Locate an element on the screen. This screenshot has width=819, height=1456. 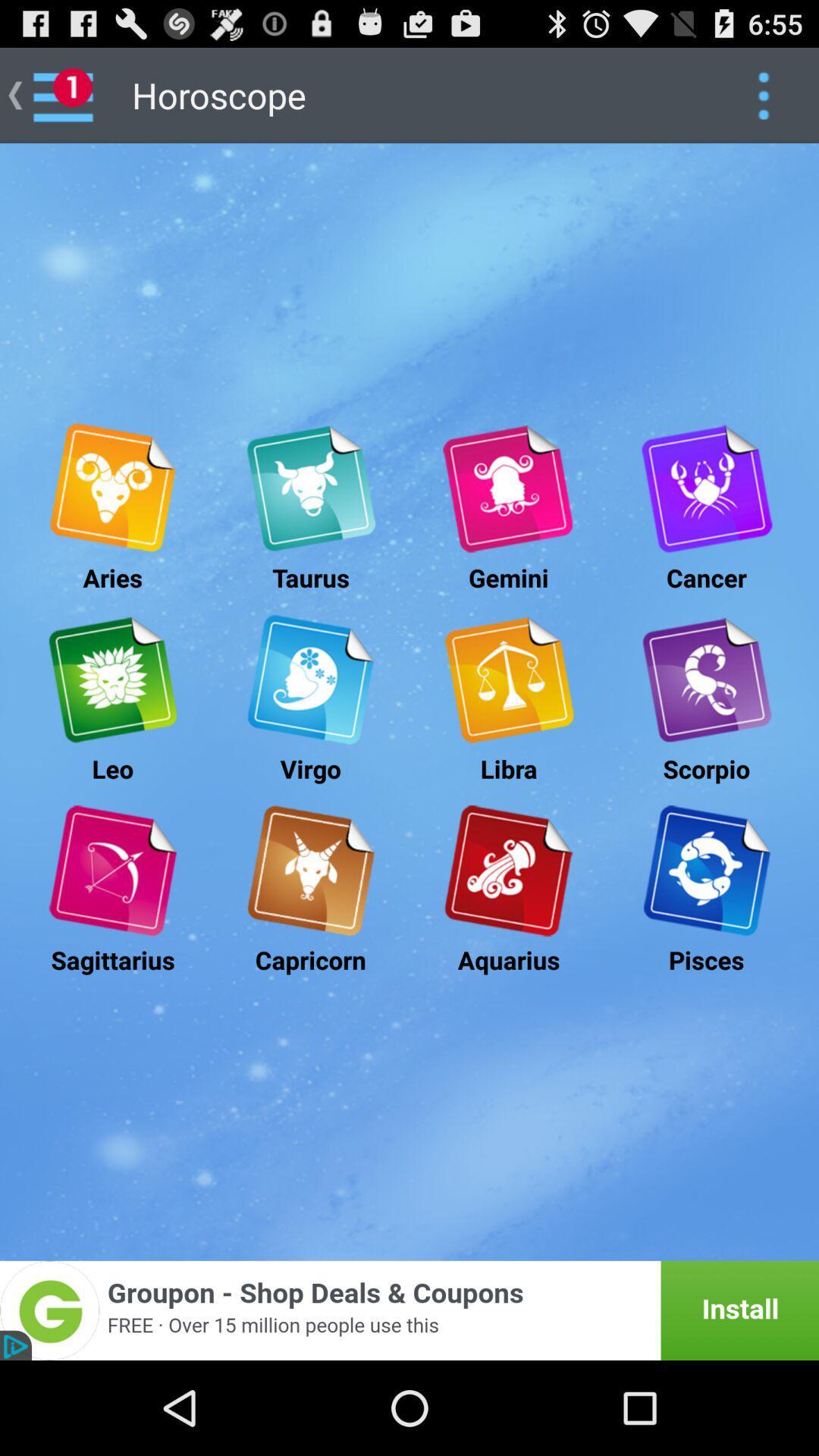
advertisement is located at coordinates (706, 488).